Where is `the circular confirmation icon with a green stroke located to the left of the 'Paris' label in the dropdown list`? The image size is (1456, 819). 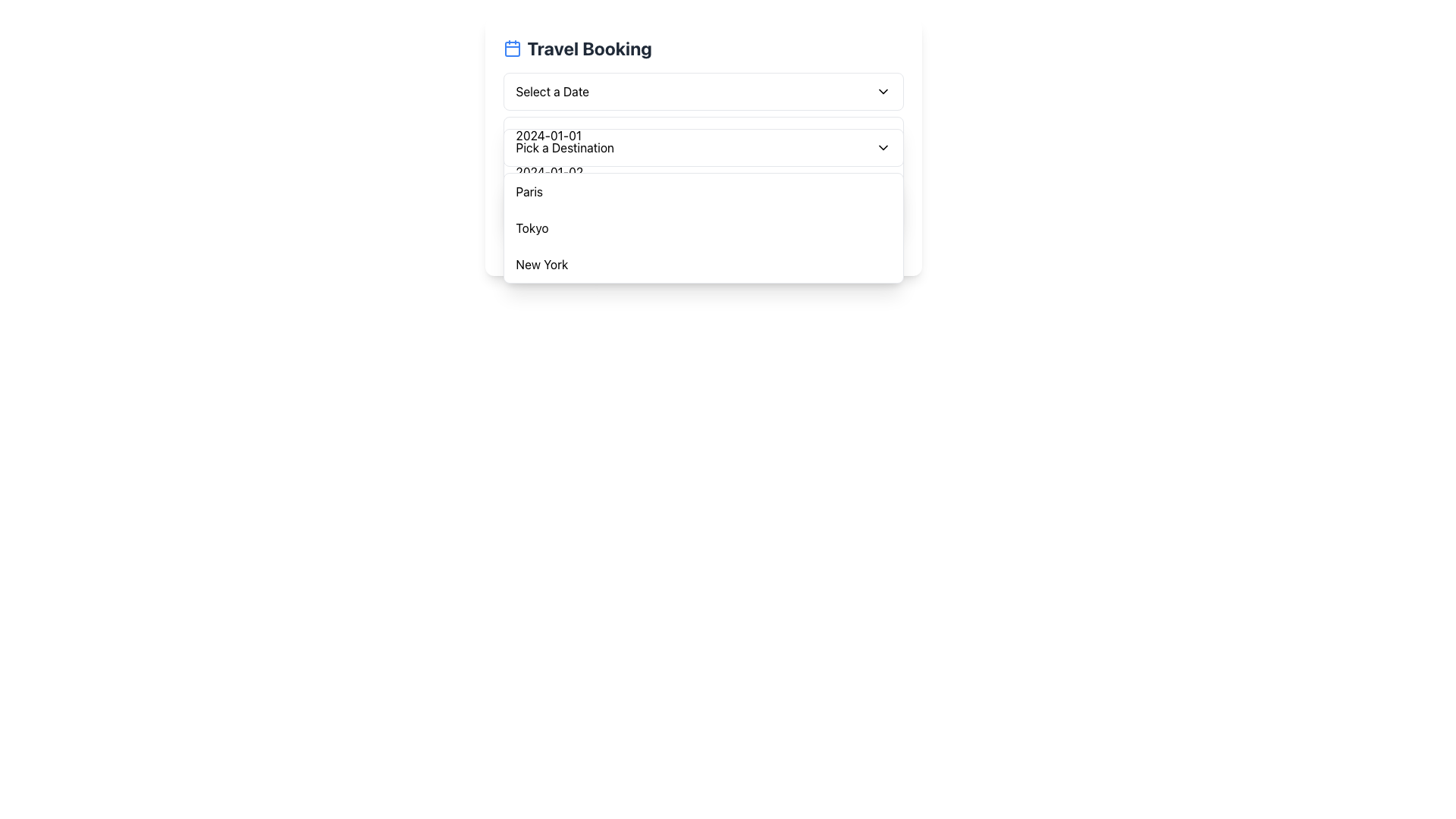 the circular confirmation icon with a green stroke located to the left of the 'Paris' label in the dropdown list is located at coordinates (512, 193).